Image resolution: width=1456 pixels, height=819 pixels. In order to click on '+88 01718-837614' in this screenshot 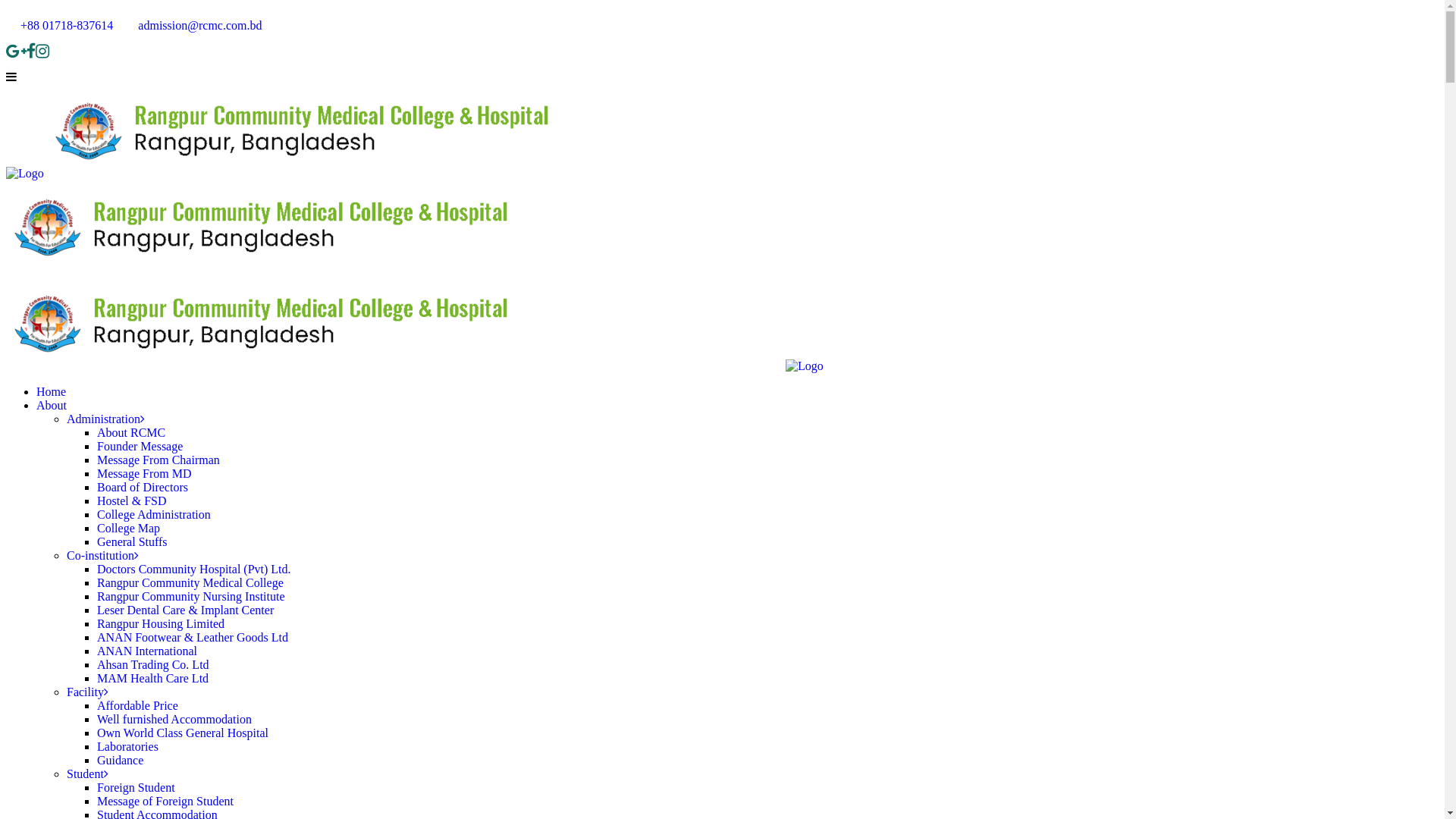, I will do `click(61, 25)`.